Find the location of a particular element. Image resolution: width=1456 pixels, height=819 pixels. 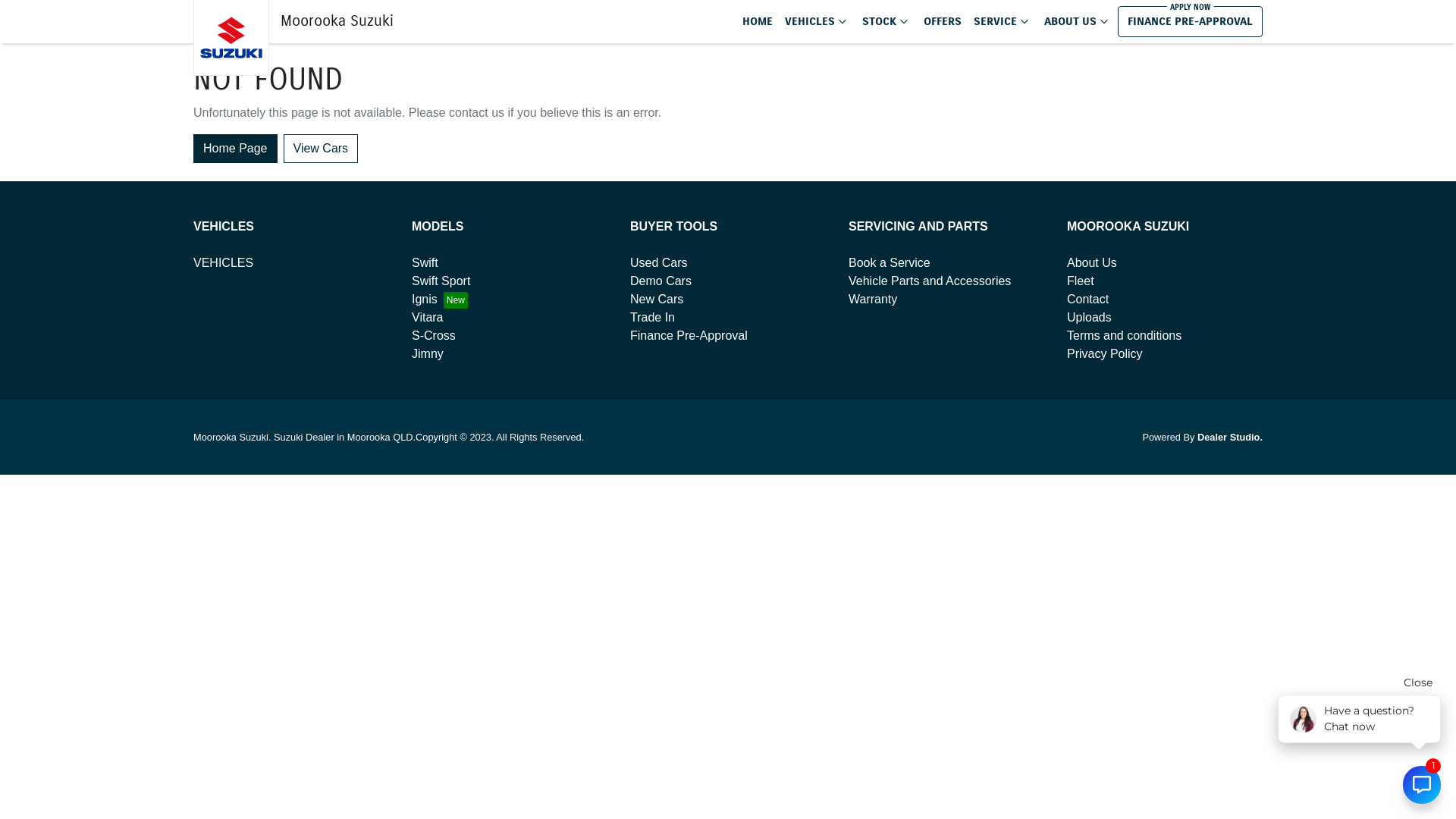

'HOME' is located at coordinates (757, 21).